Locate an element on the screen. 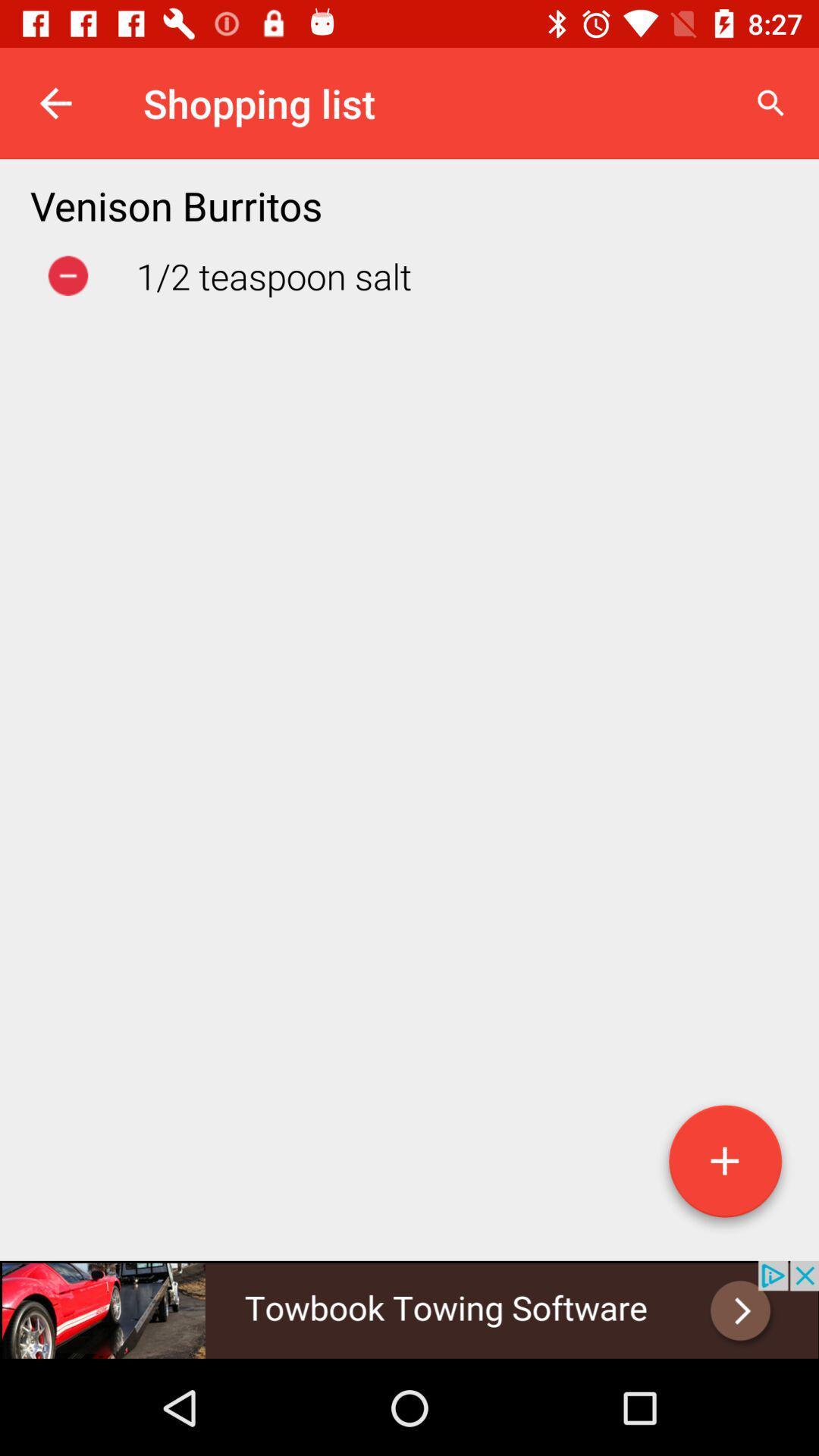 This screenshot has height=1456, width=819. the add option at the bottom right of the page is located at coordinates (724, 1166).